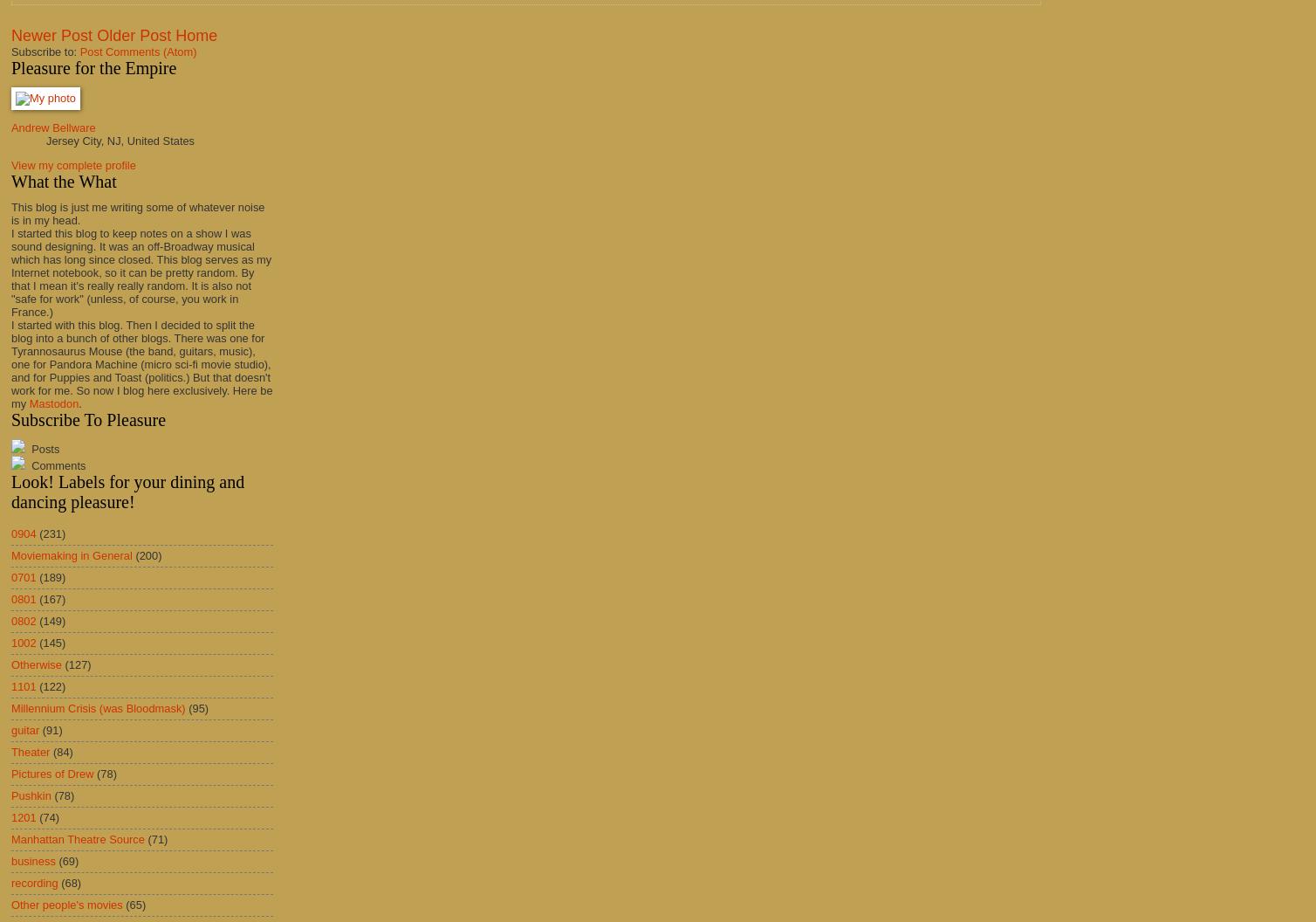 The height and width of the screenshot is (922, 1316). What do you see at coordinates (71, 882) in the screenshot?
I see `'(68)'` at bounding box center [71, 882].